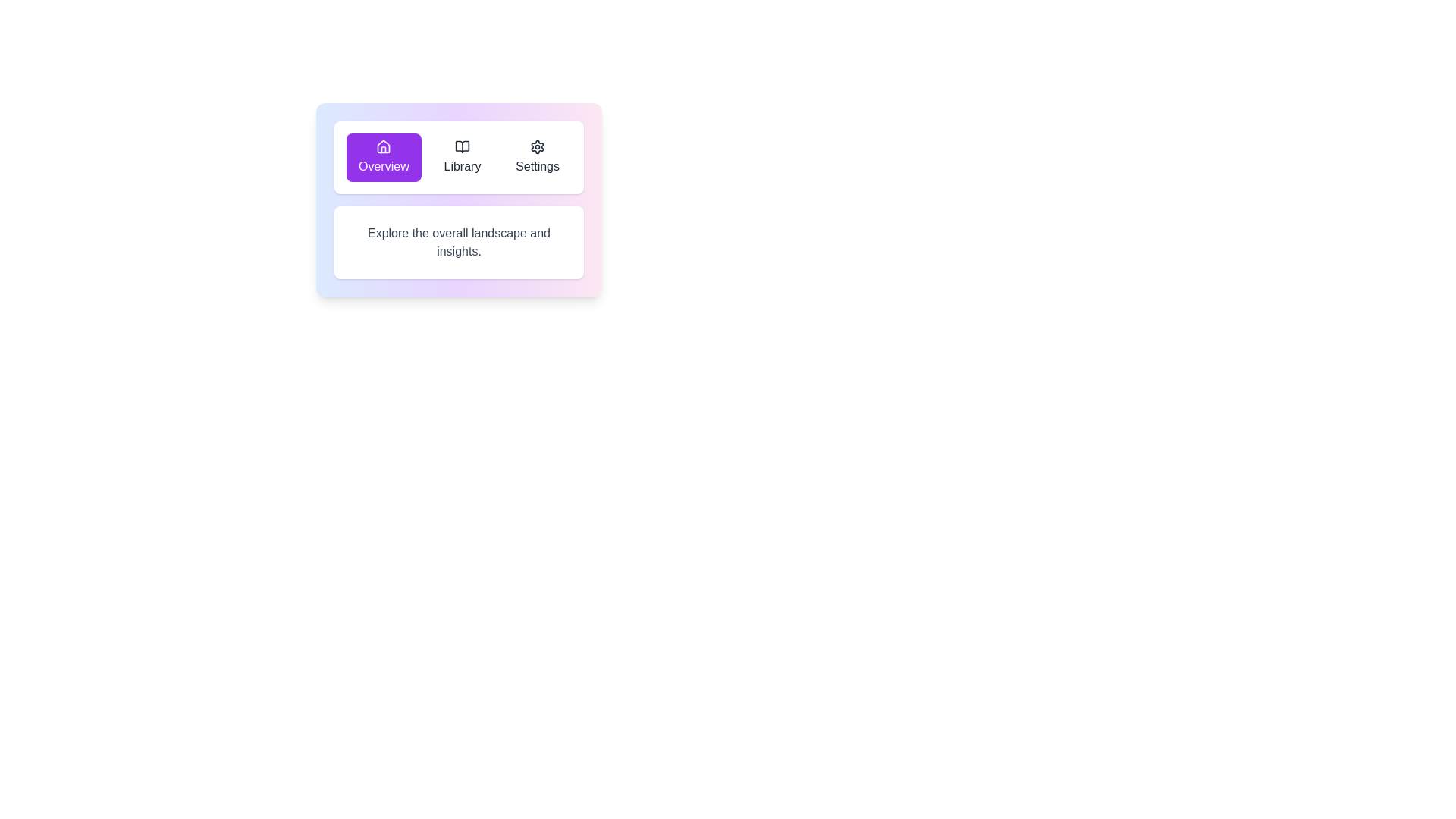  I want to click on the open book icon located in the top center section of the interface, positioned between the 'Overview' and 'Settings' buttons, so click(461, 146).